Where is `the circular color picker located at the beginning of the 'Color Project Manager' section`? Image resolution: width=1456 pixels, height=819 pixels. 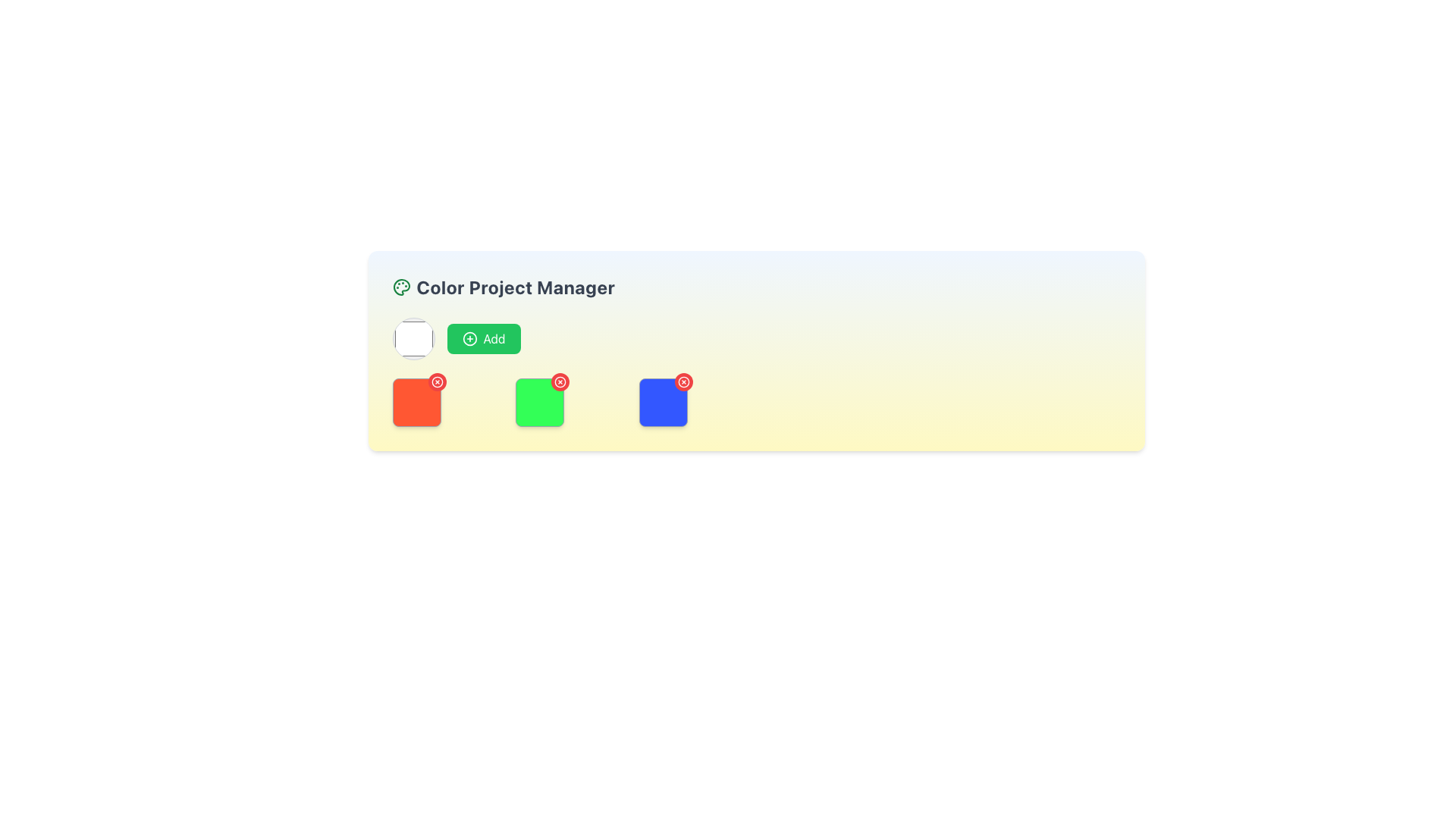 the circular color picker located at the beginning of the 'Color Project Manager' section is located at coordinates (413, 338).